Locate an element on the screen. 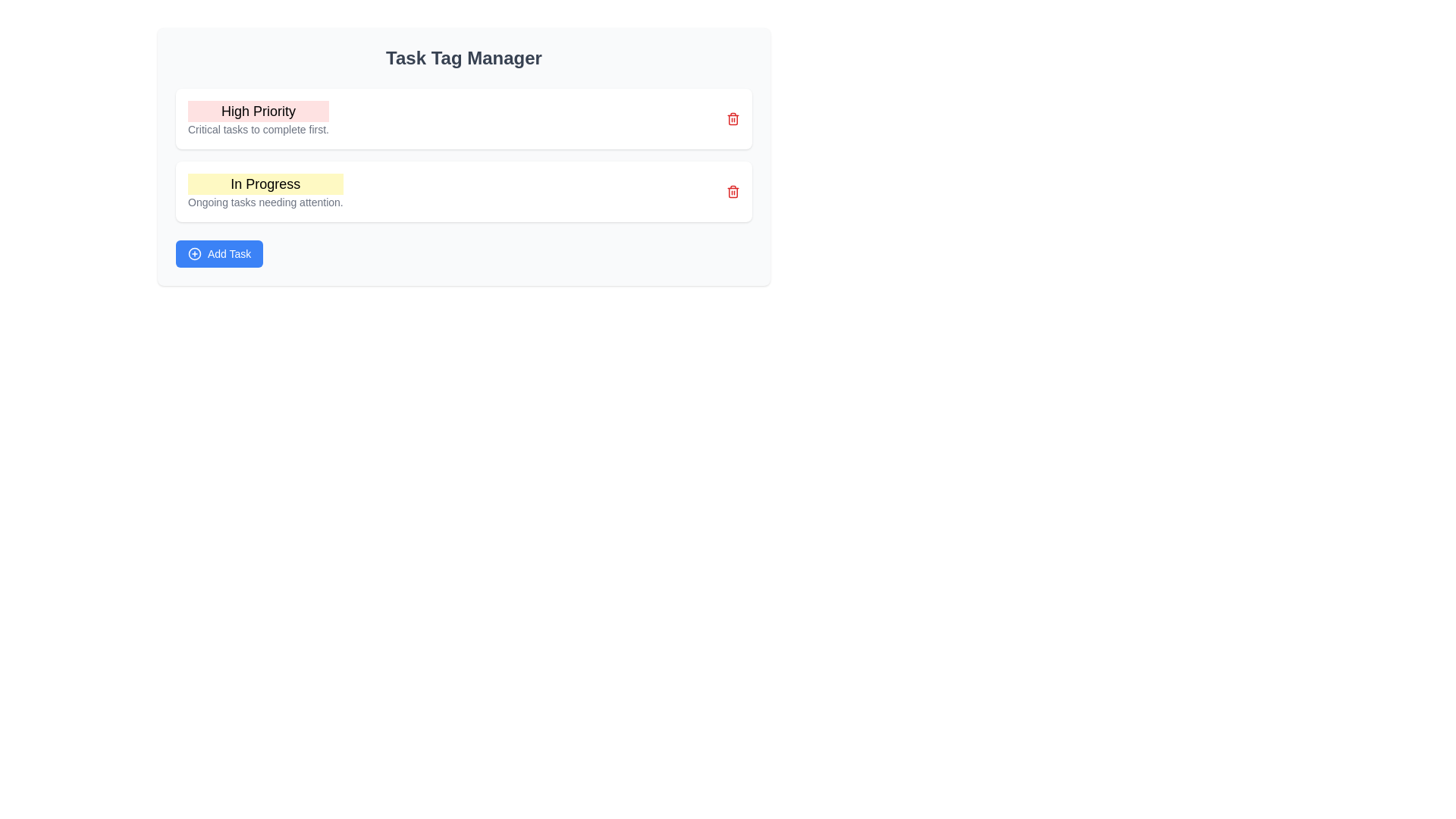 Image resolution: width=1456 pixels, height=819 pixels. the icon that visually indicates the action of adding or creating something, located inside the blue 'Add Task' button at the bottom left of the content area is located at coordinates (194, 253).